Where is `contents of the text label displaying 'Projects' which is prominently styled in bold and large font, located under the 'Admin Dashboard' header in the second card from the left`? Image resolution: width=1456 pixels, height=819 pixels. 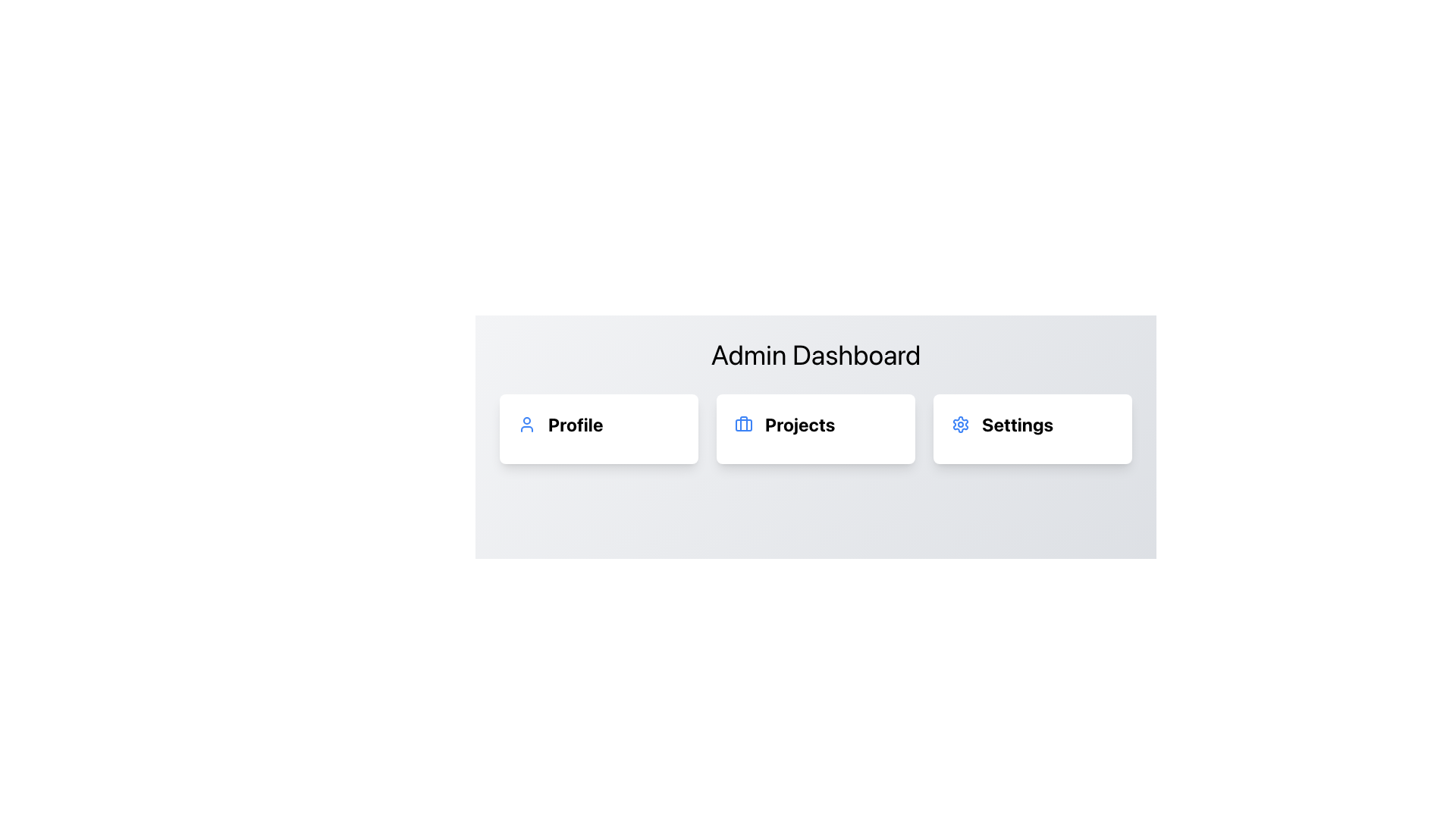 contents of the text label displaying 'Projects' which is prominently styled in bold and large font, located under the 'Admin Dashboard' header in the second card from the left is located at coordinates (799, 424).